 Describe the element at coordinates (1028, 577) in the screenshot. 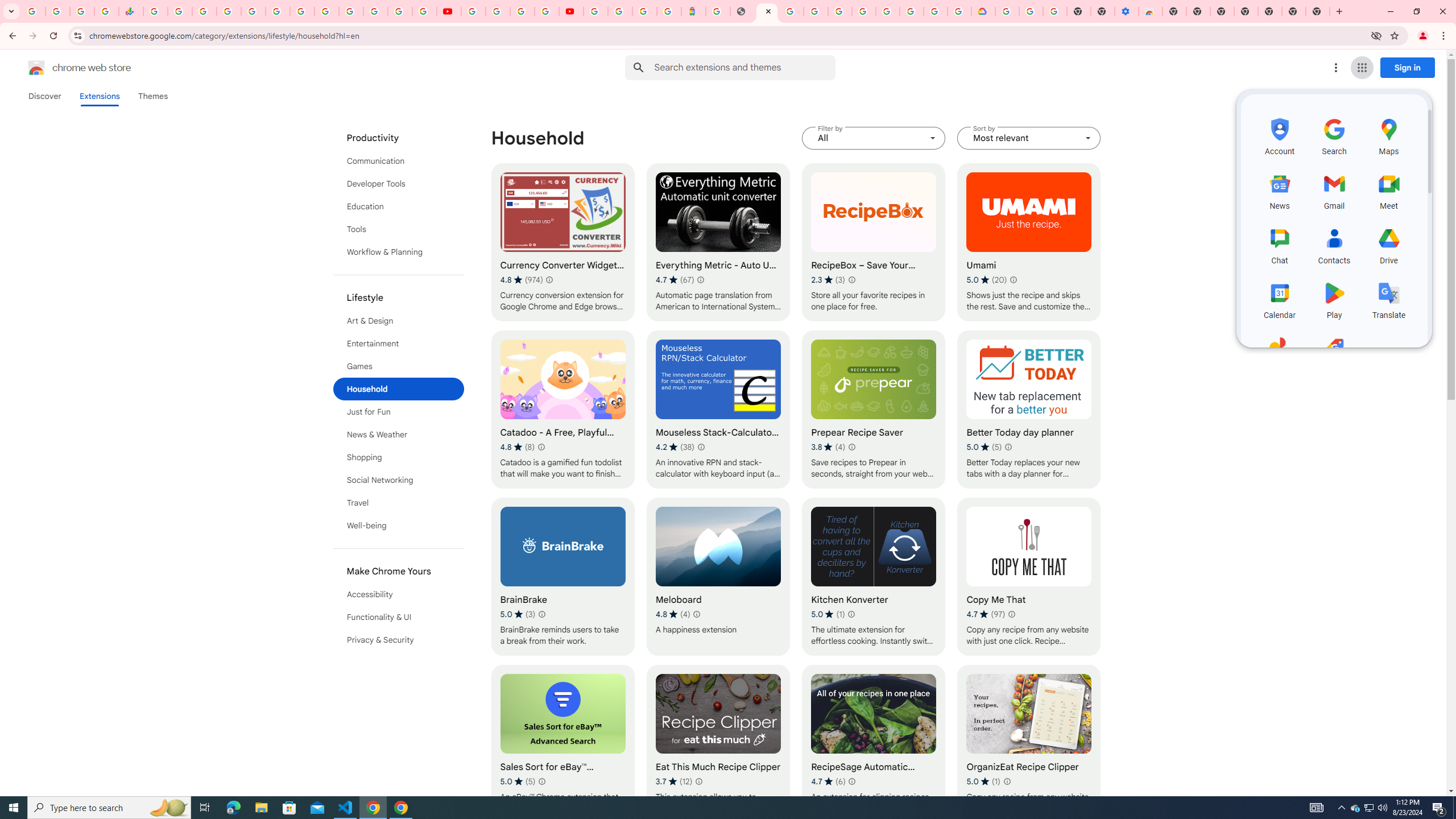

I see `'Copy Me That'` at that location.